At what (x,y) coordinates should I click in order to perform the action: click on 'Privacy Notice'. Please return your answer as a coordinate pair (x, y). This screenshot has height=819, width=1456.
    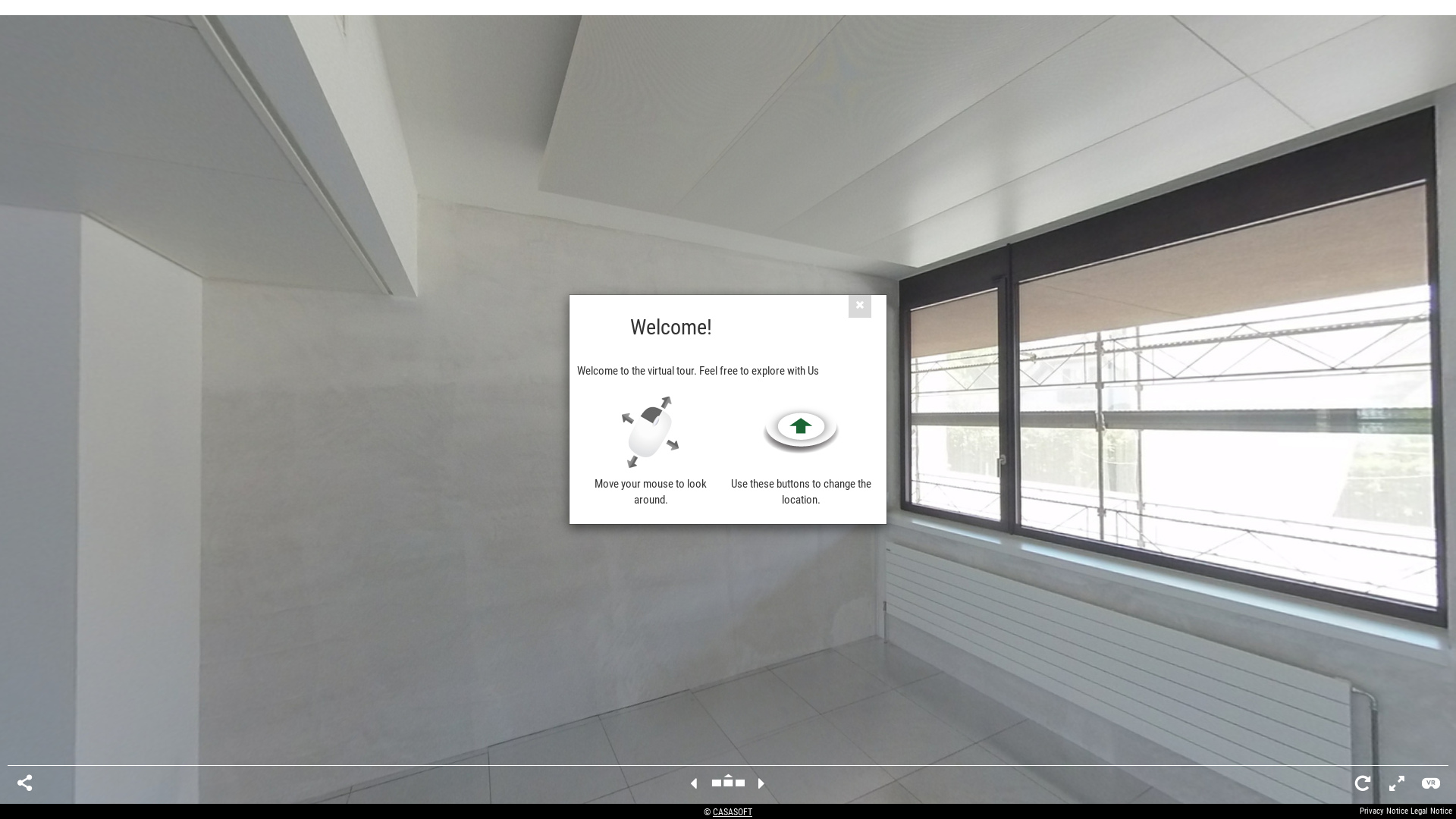
    Looking at the image, I should click on (1383, 810).